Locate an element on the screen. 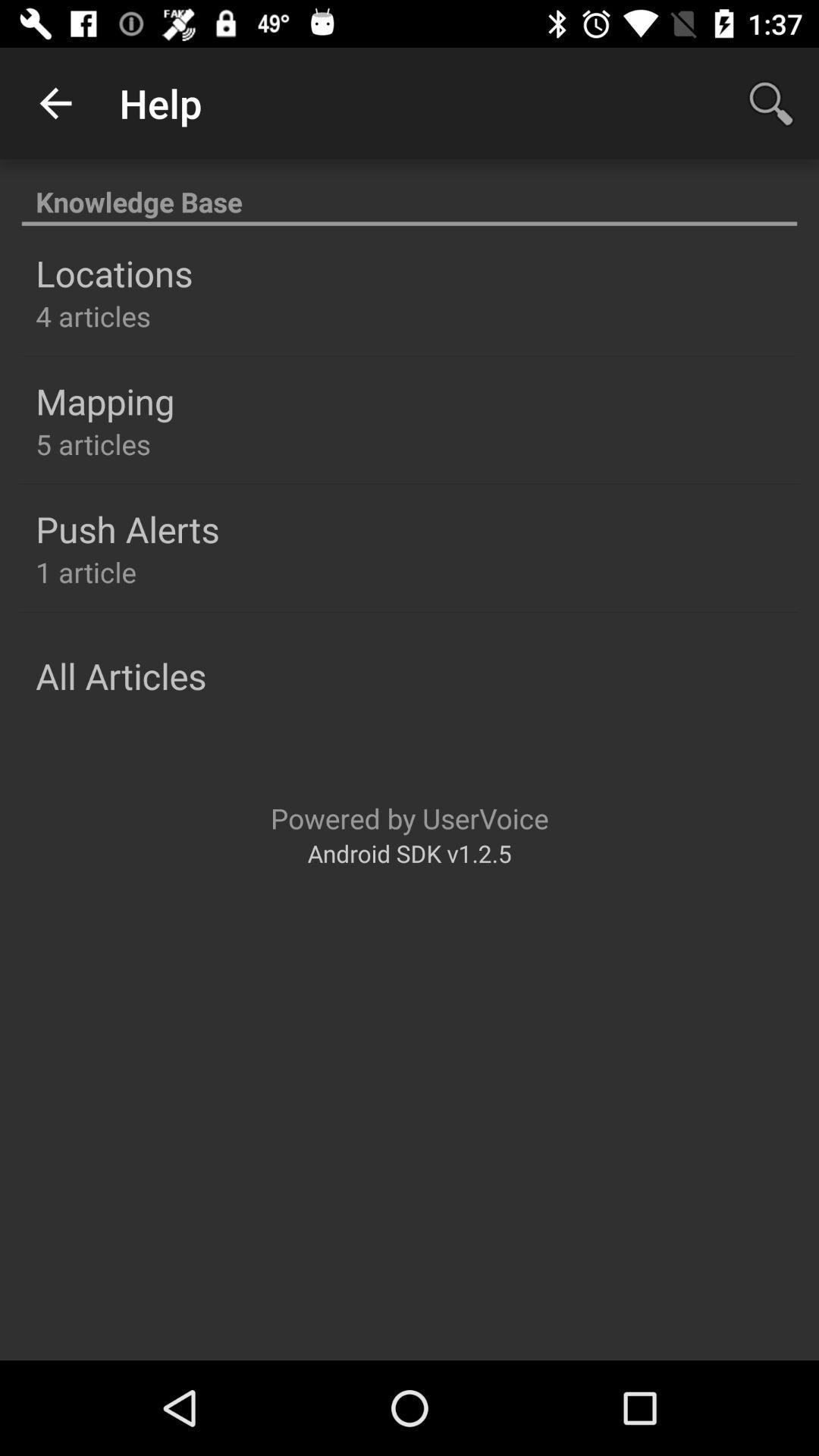  the 5 articles is located at coordinates (93, 443).